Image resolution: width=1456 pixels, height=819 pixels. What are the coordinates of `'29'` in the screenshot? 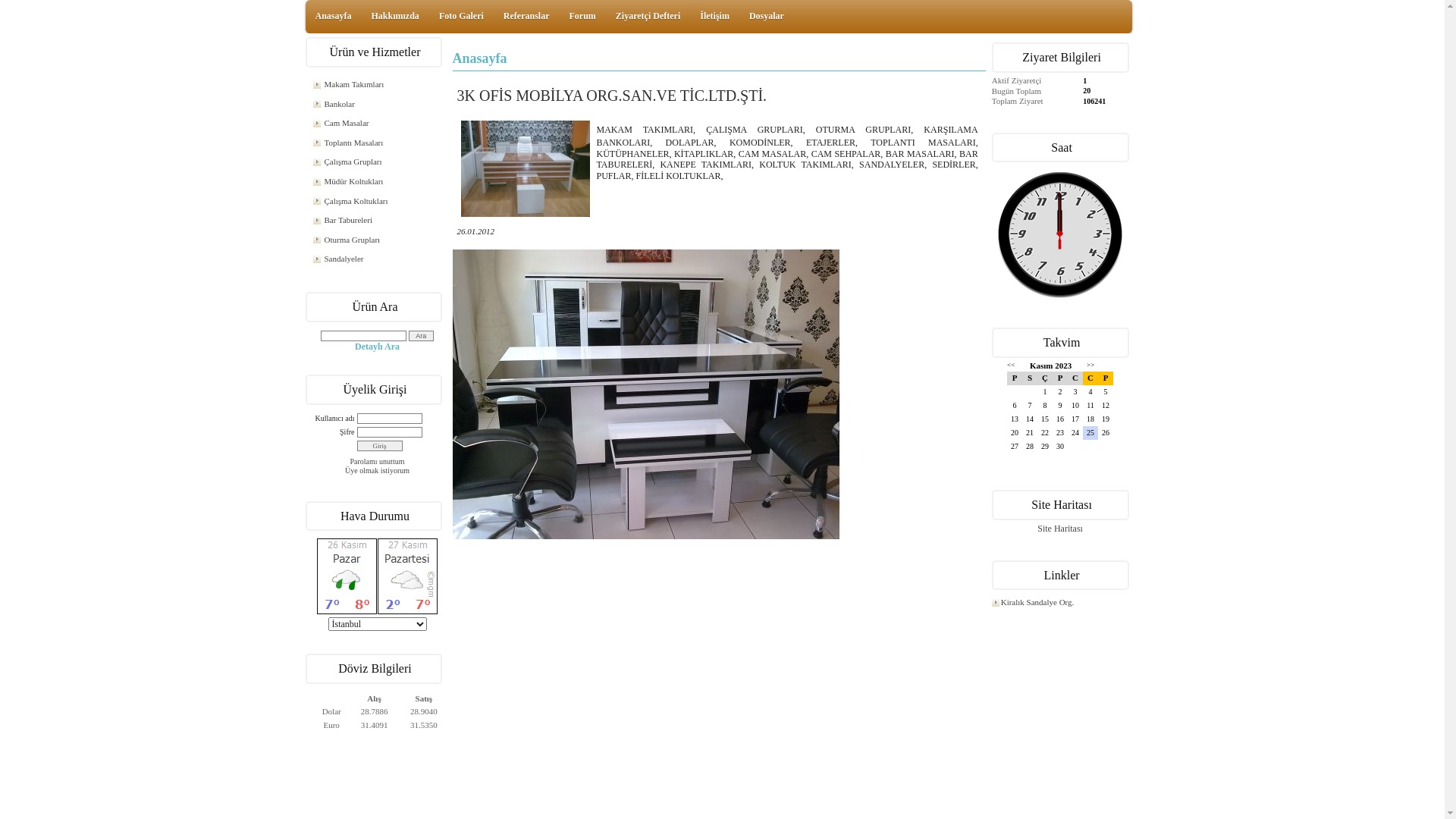 It's located at (1043, 446).